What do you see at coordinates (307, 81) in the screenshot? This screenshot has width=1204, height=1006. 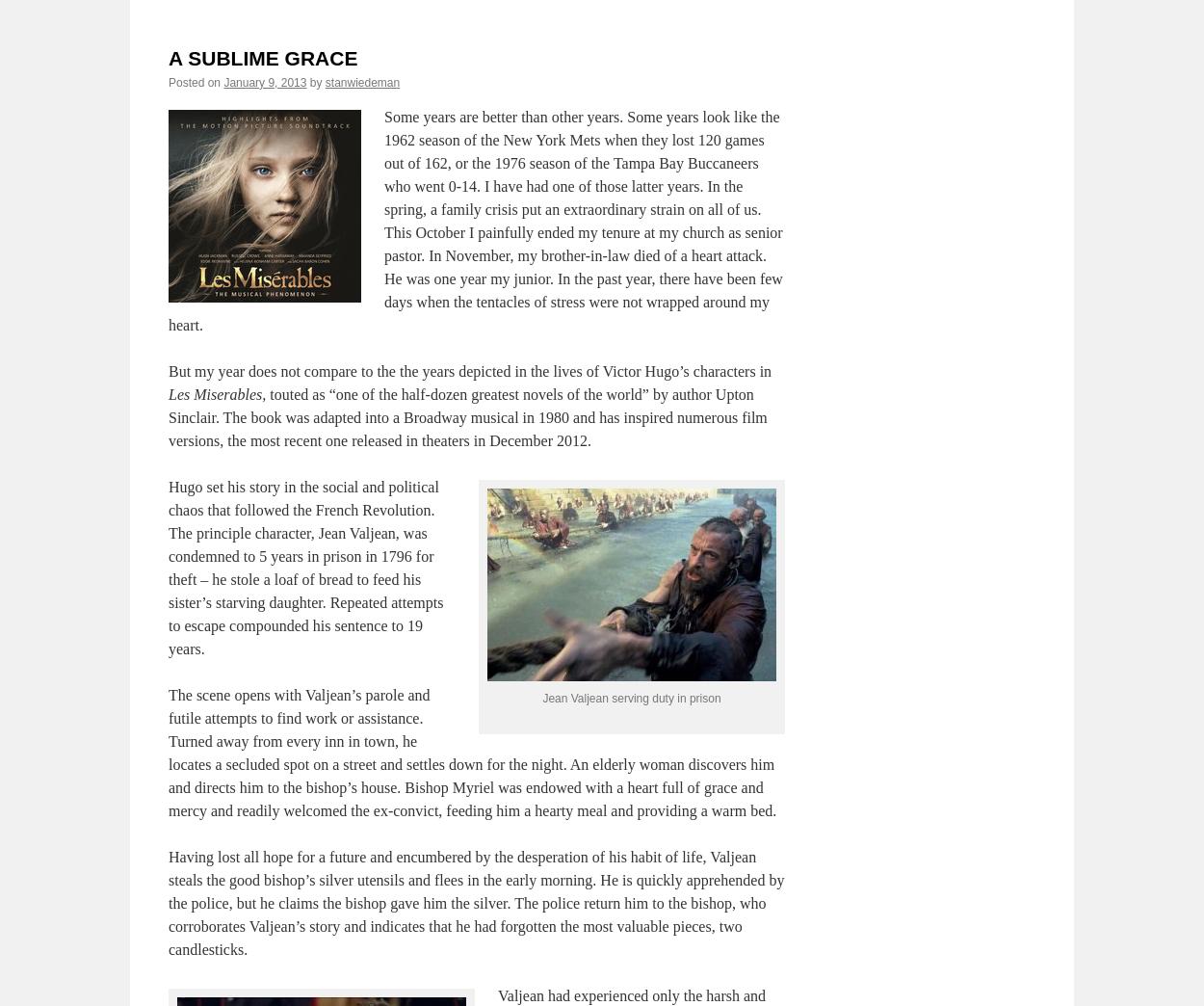 I see `'by'` at bounding box center [307, 81].